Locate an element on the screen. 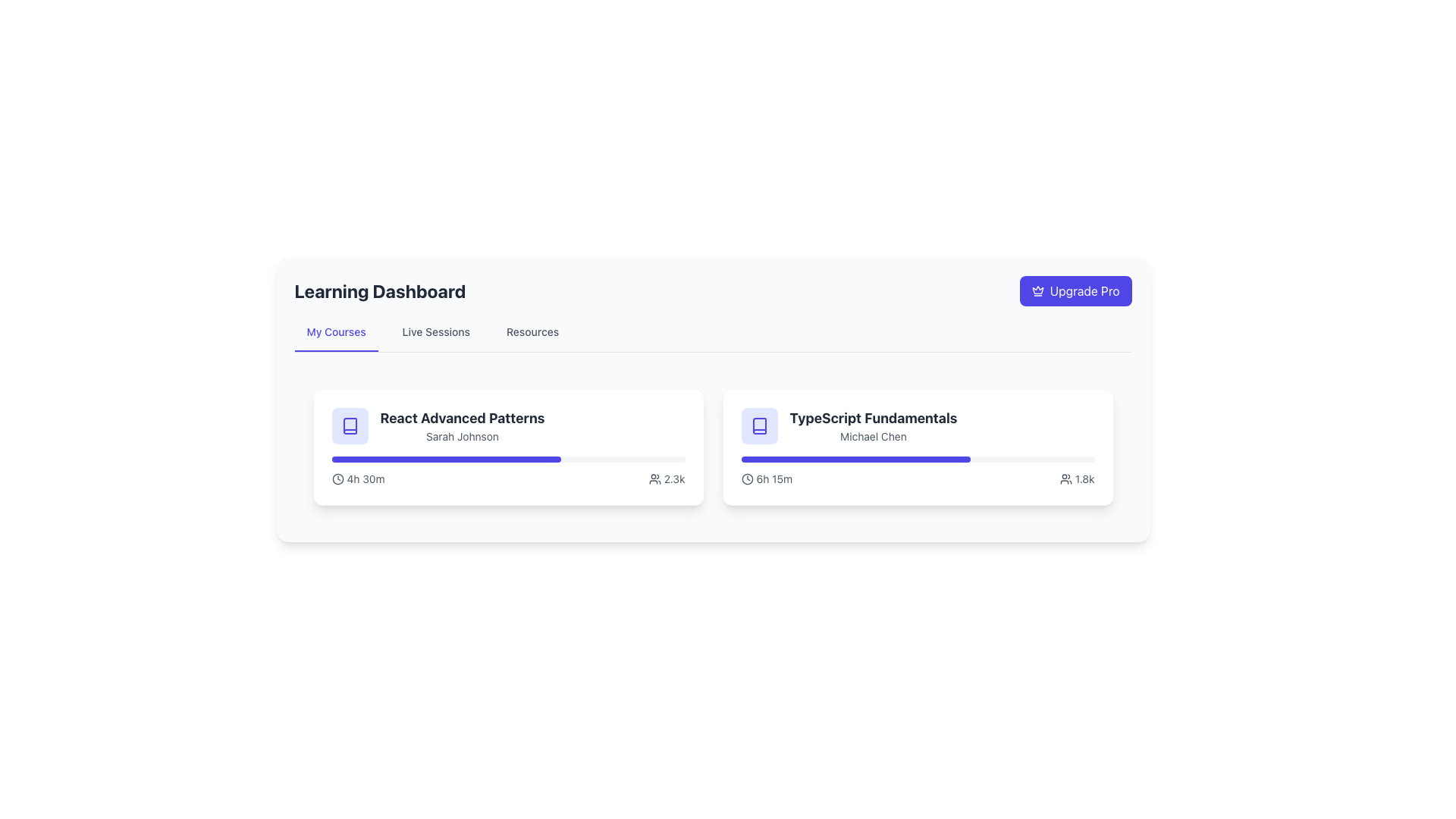 The image size is (1456, 819). the decorative icon located inside the 'Upgrade Pro' button, positioned near the top-right corner of the interface, to interact with the button is located at coordinates (1037, 291).